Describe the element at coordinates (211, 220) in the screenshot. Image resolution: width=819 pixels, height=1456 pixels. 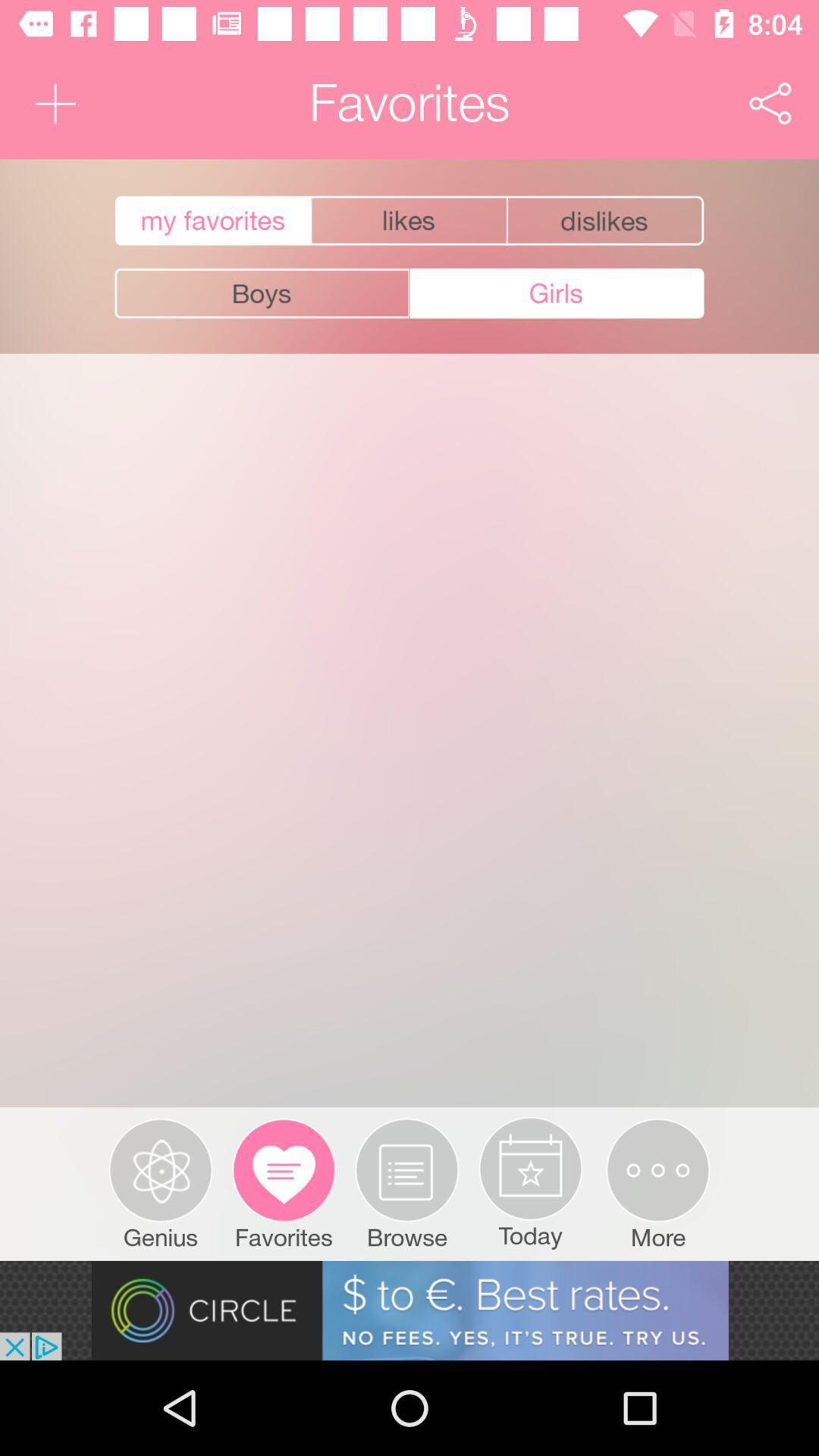
I see `my favorites` at that location.